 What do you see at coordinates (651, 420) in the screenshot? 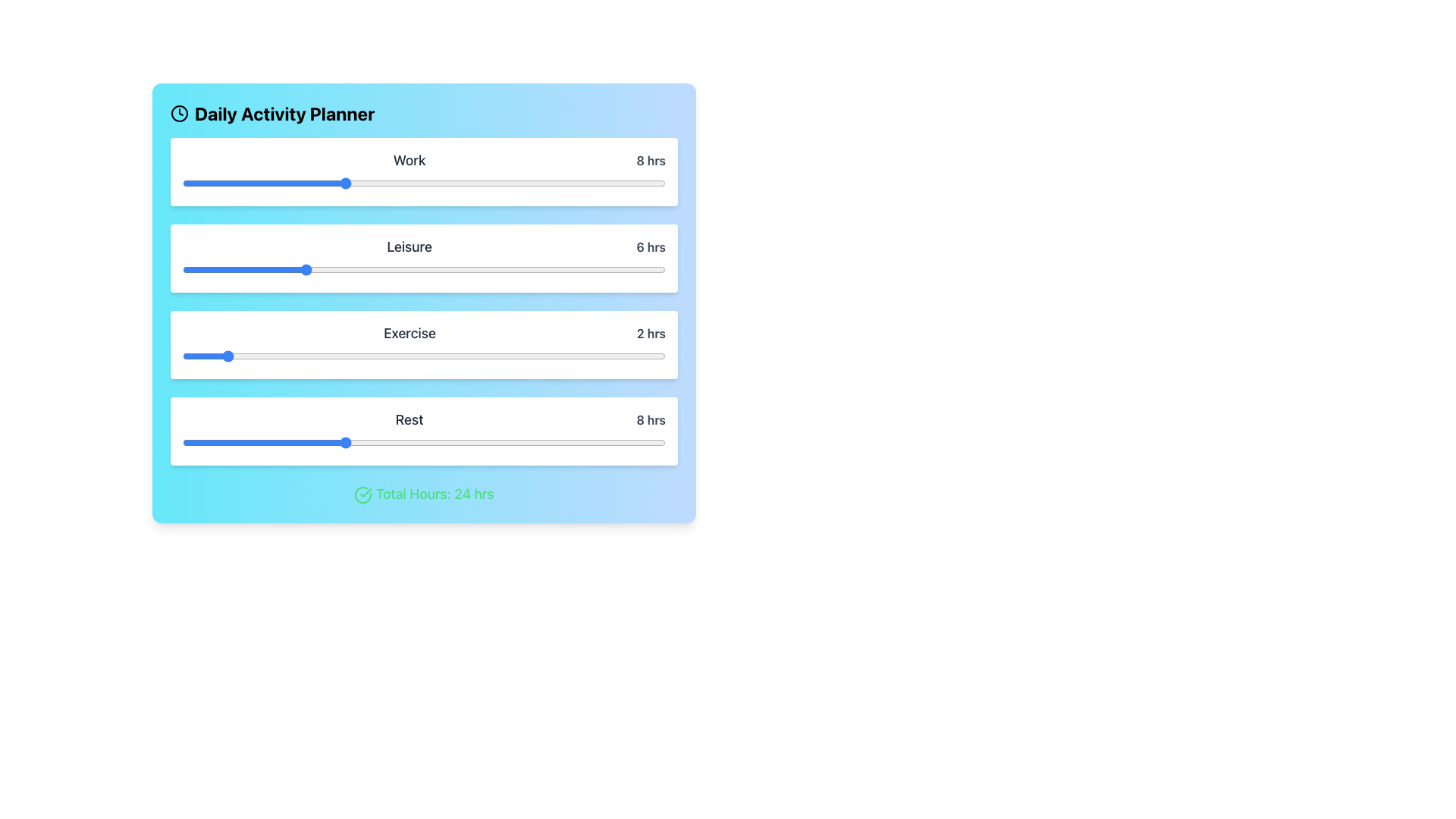
I see `the Label displaying '8 hrs' in bold gray font, located at the right end of the 'Rest' row in the 'Daily Activity Planner' interface` at bounding box center [651, 420].